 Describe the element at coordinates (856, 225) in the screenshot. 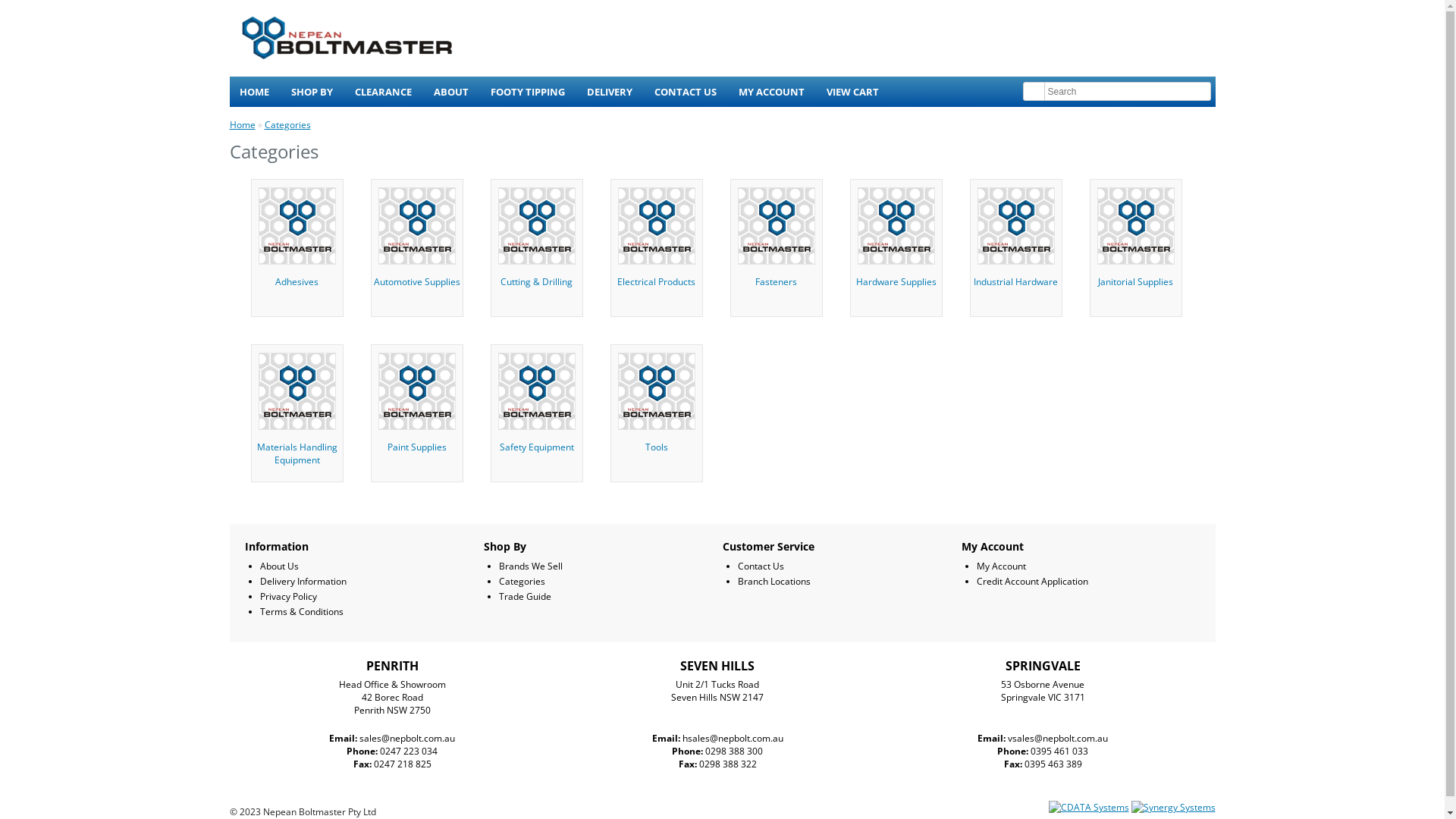

I see `'HARDWARE SUPPLIES'` at that location.